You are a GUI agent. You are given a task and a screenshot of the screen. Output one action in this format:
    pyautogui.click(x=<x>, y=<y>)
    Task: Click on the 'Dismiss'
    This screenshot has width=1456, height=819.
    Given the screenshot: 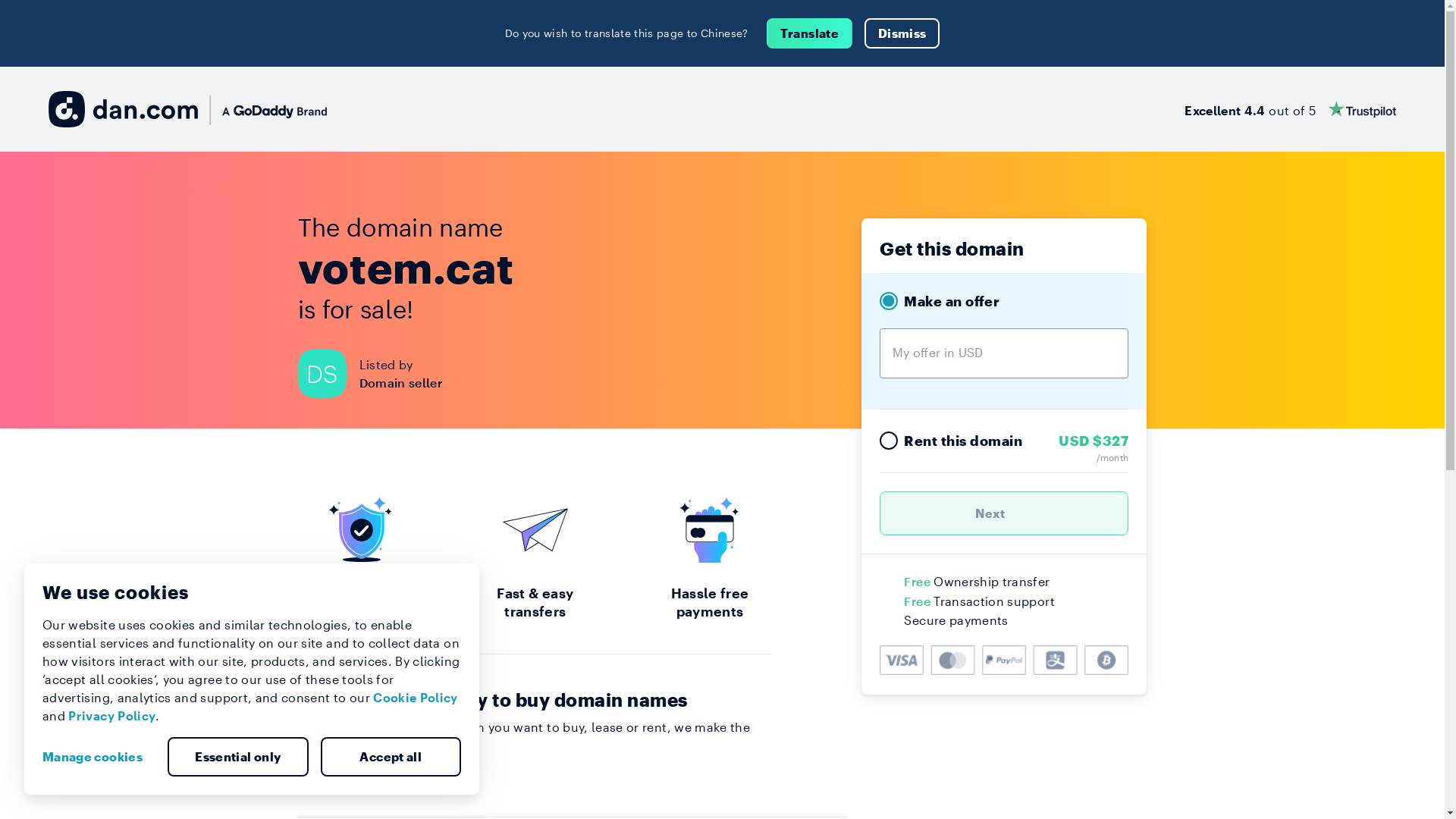 What is the action you would take?
    pyautogui.click(x=902, y=33)
    